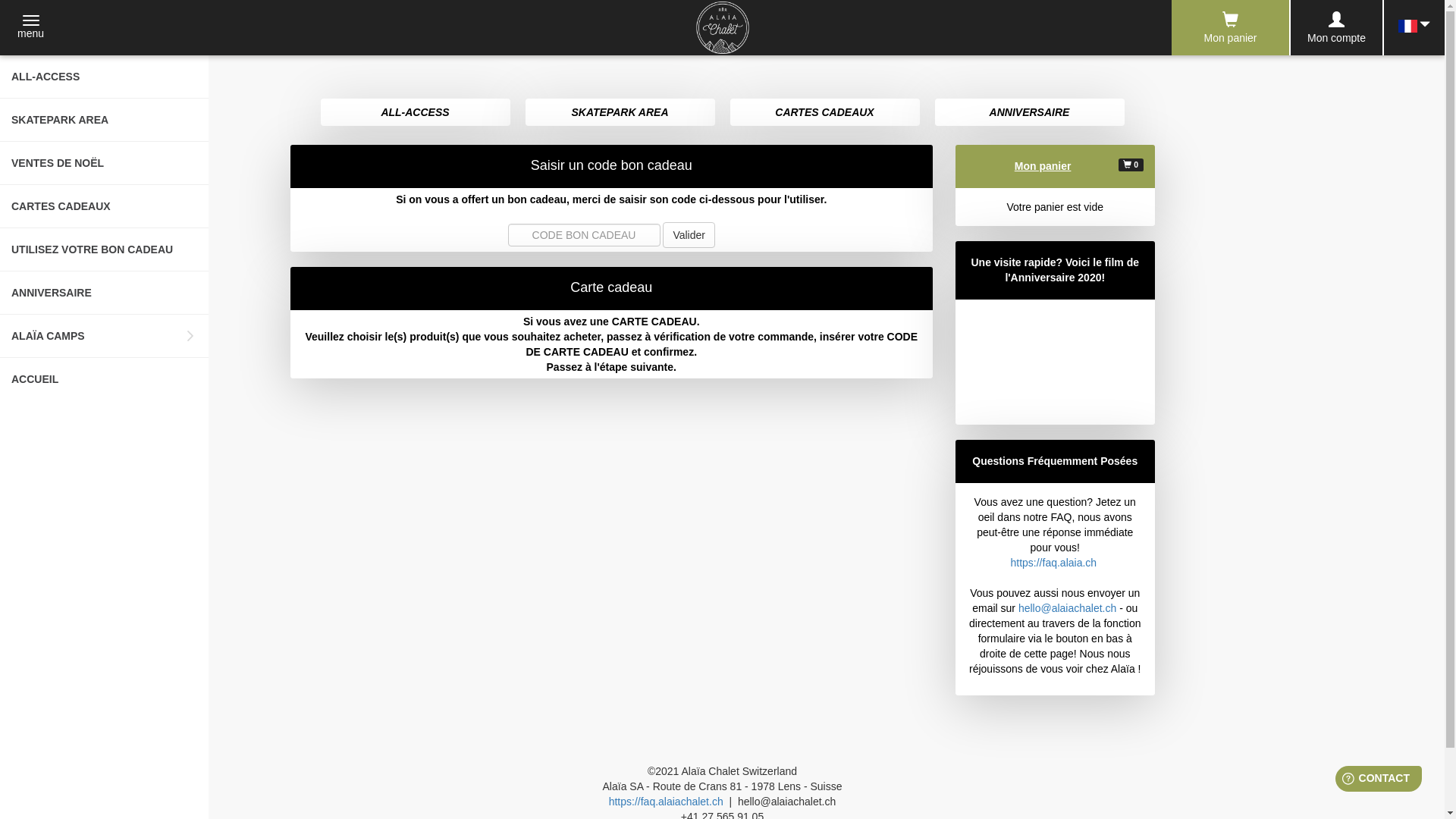 The height and width of the screenshot is (819, 1456). Describe the element at coordinates (30, 28) in the screenshot. I see `'menu'` at that location.